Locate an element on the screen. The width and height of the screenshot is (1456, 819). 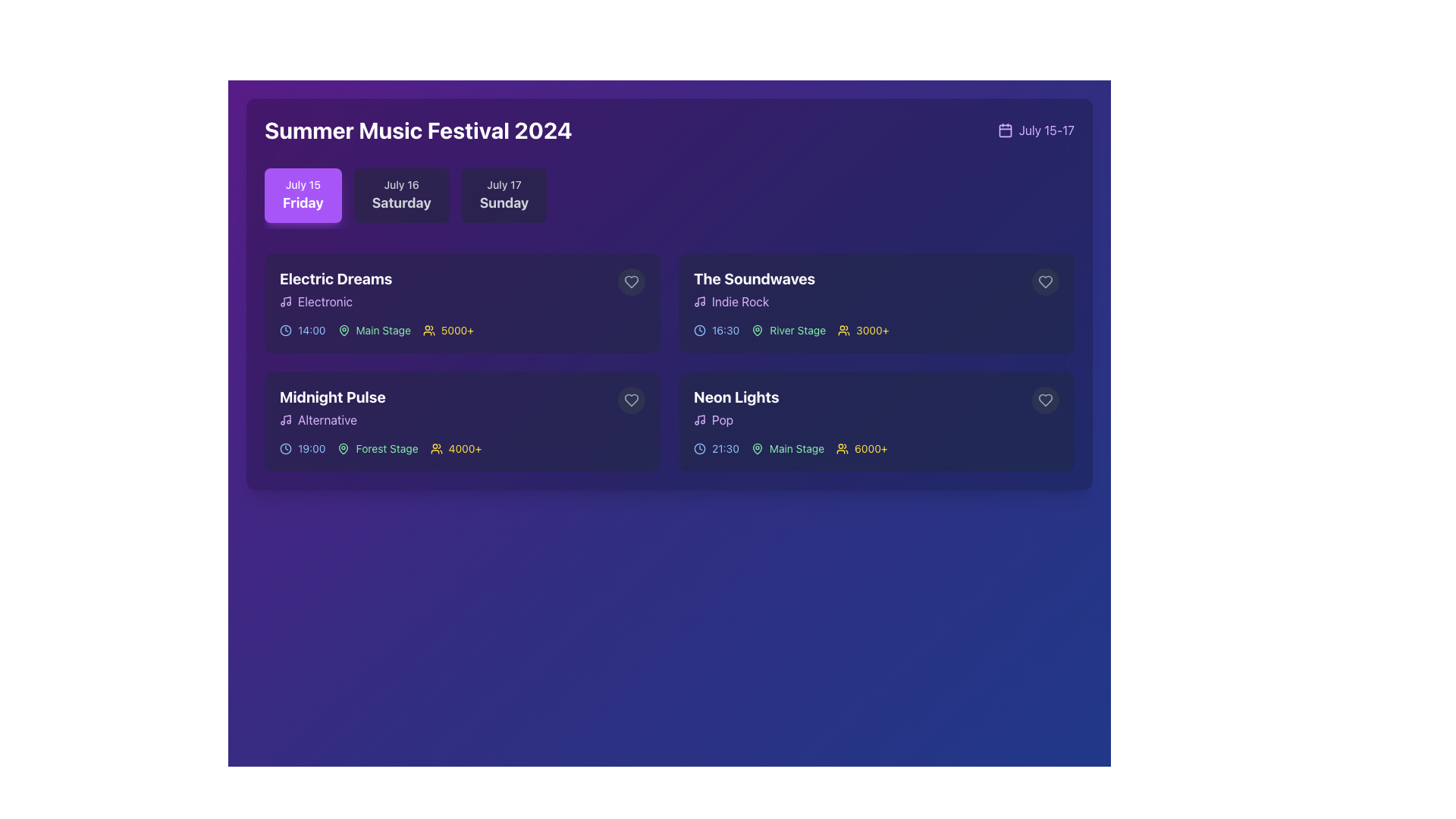
the 'Neon Lights' text label which displays the name and genre of the music performance, located in the bottom-right card of a grid layout is located at coordinates (736, 406).